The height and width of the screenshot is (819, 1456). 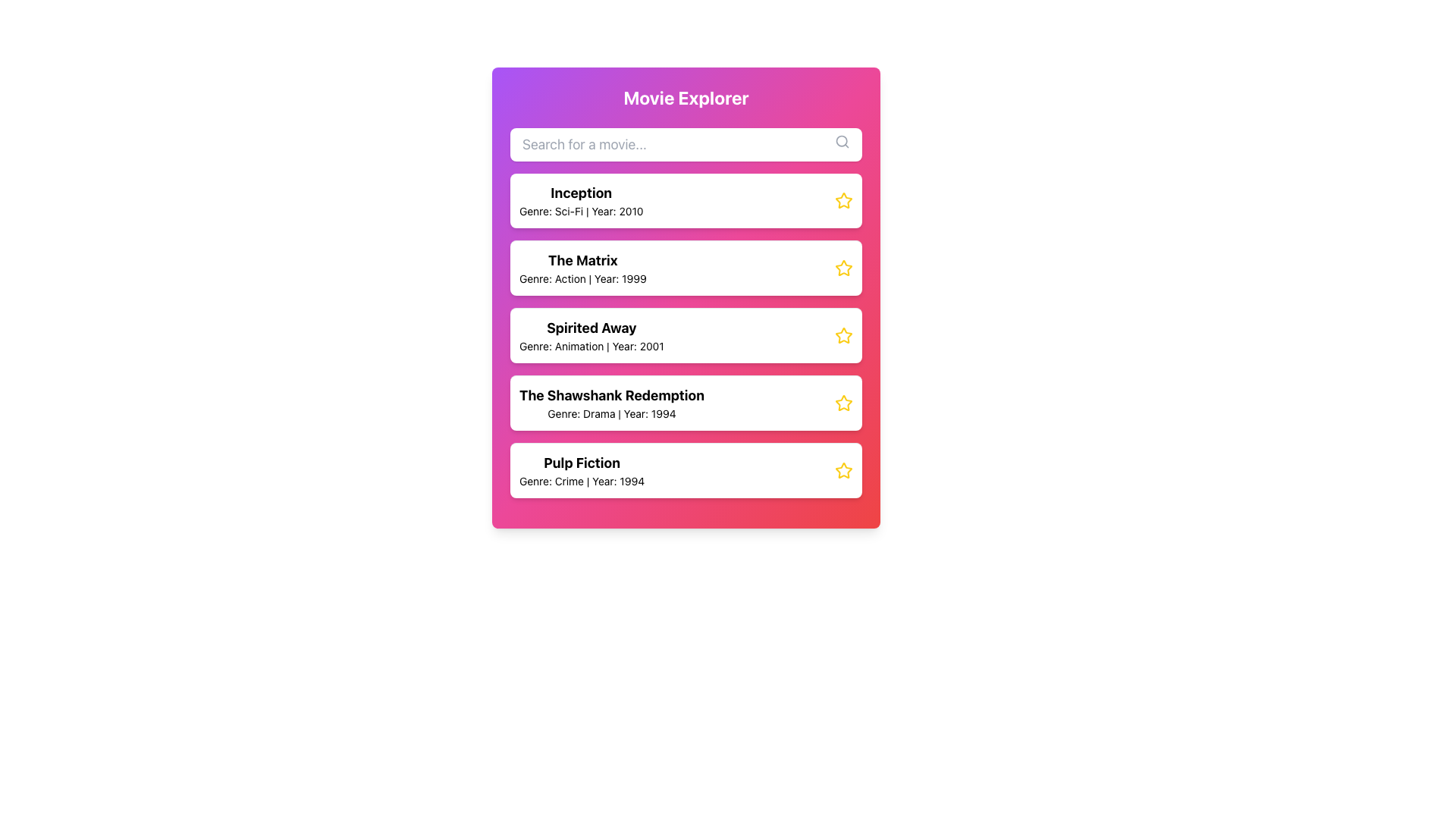 I want to click on the text display for the movie 'Inception', which shows the title and details including genre and release year, located at the top of a vertical list of movie entries, so click(x=580, y=200).